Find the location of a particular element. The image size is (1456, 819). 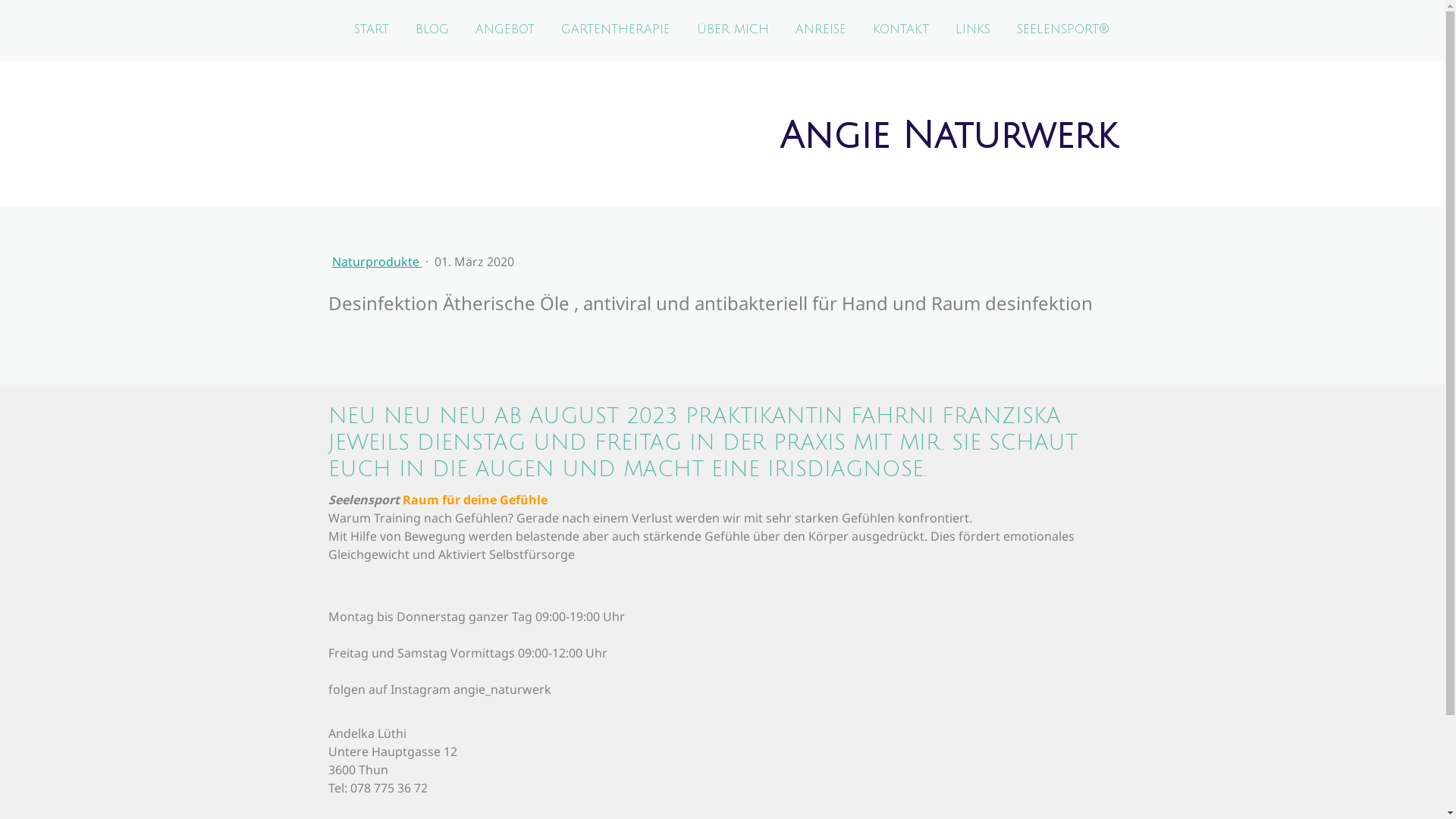

'GARTENTHERAPIE' is located at coordinates (615, 30).